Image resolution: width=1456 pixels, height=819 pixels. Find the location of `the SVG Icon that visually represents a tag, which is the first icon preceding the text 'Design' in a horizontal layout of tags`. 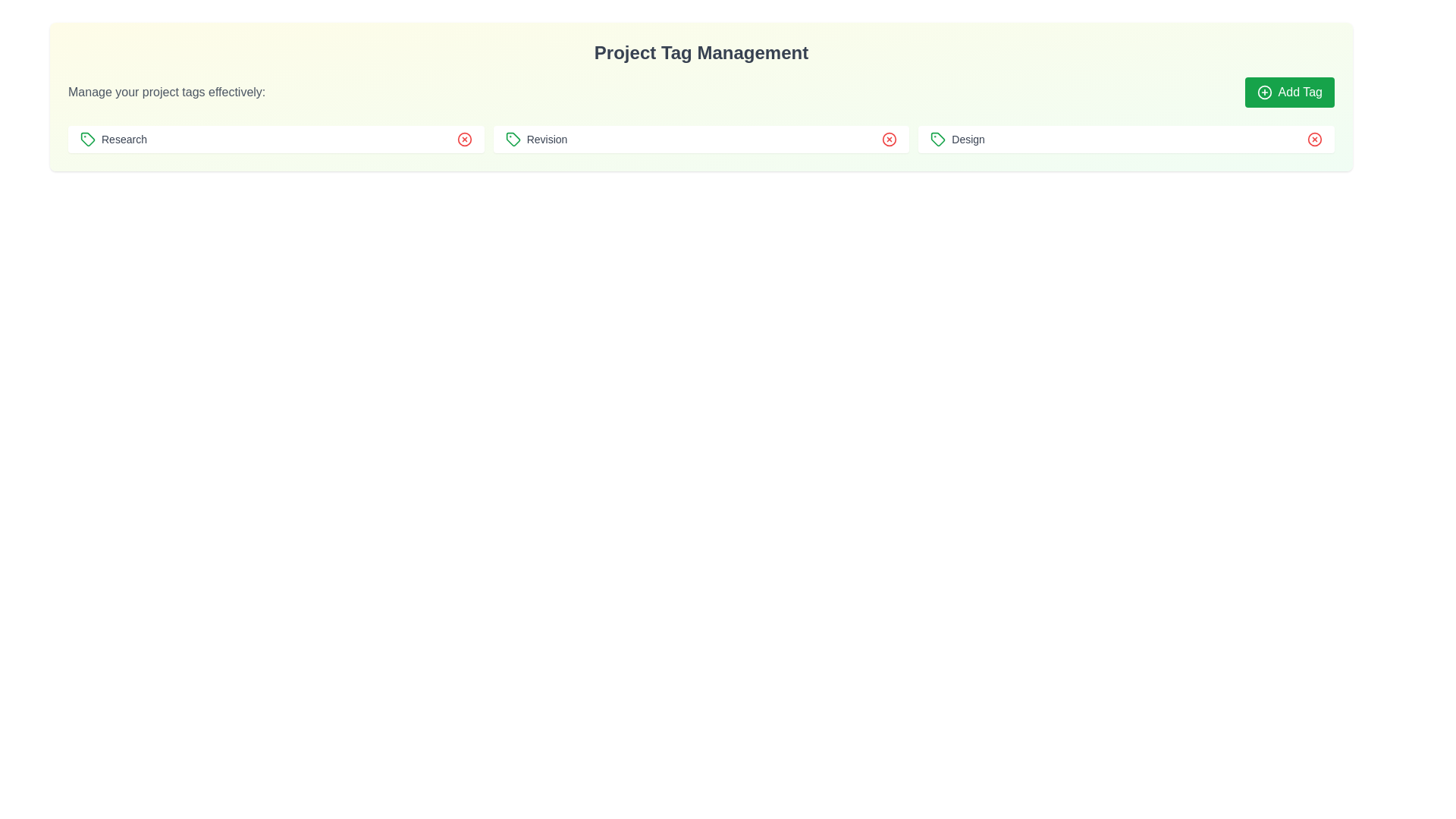

the SVG Icon that visually represents a tag, which is the first icon preceding the text 'Design' in a horizontal layout of tags is located at coordinates (937, 140).